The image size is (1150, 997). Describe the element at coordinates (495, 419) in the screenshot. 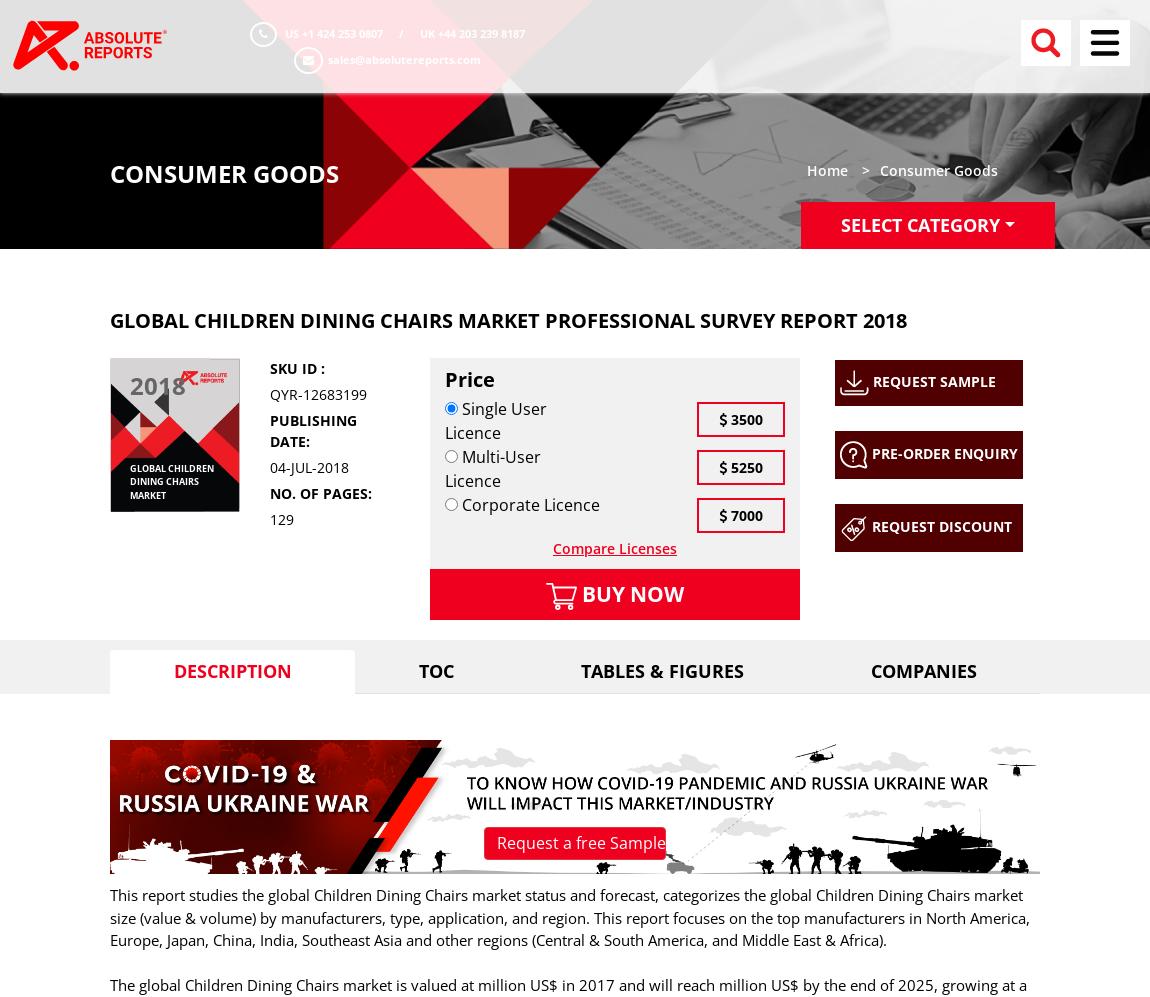

I see `'Single User Licence'` at that location.